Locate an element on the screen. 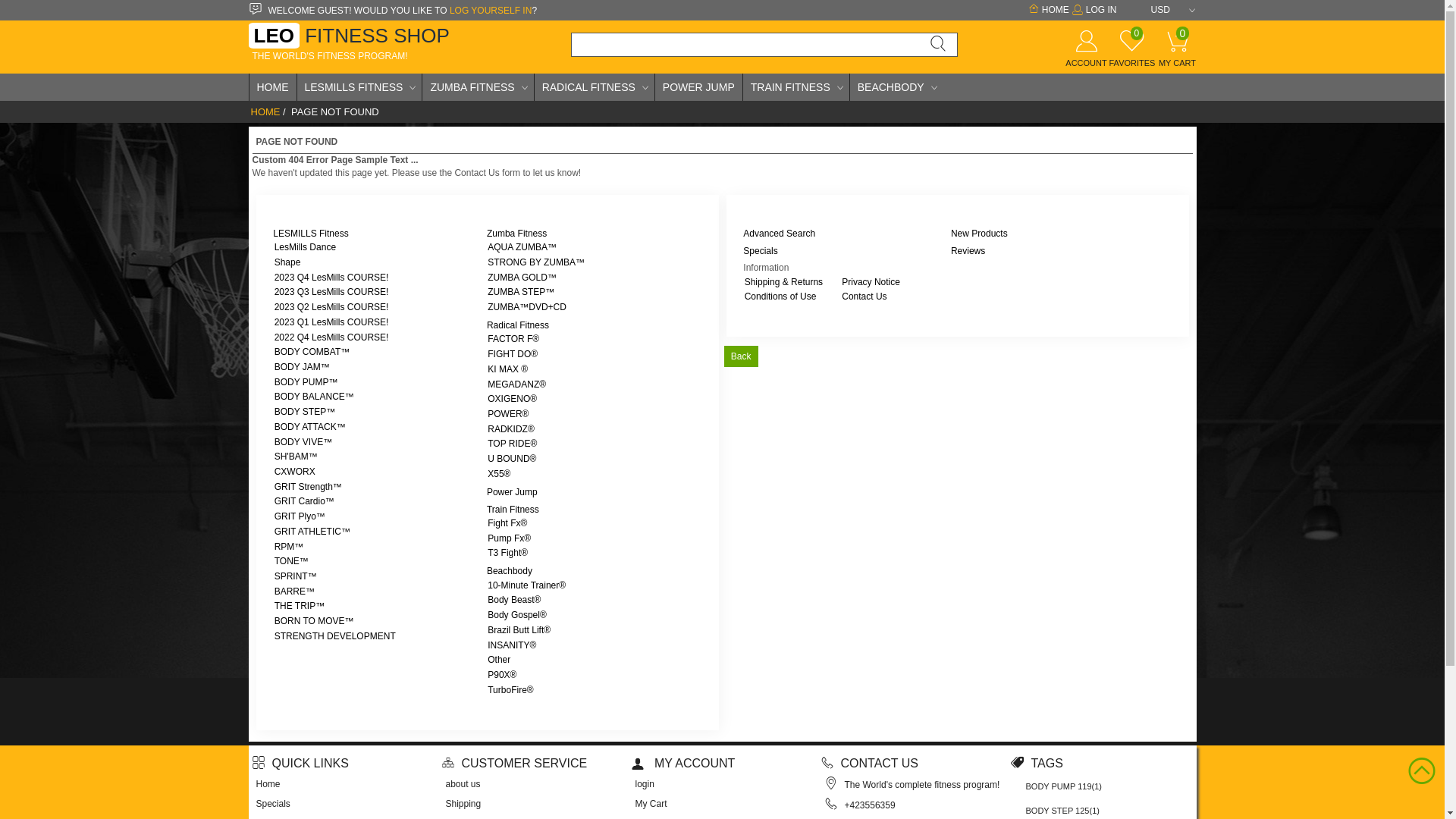 This screenshot has width=1456, height=819. 'New Products' is located at coordinates (979, 234).